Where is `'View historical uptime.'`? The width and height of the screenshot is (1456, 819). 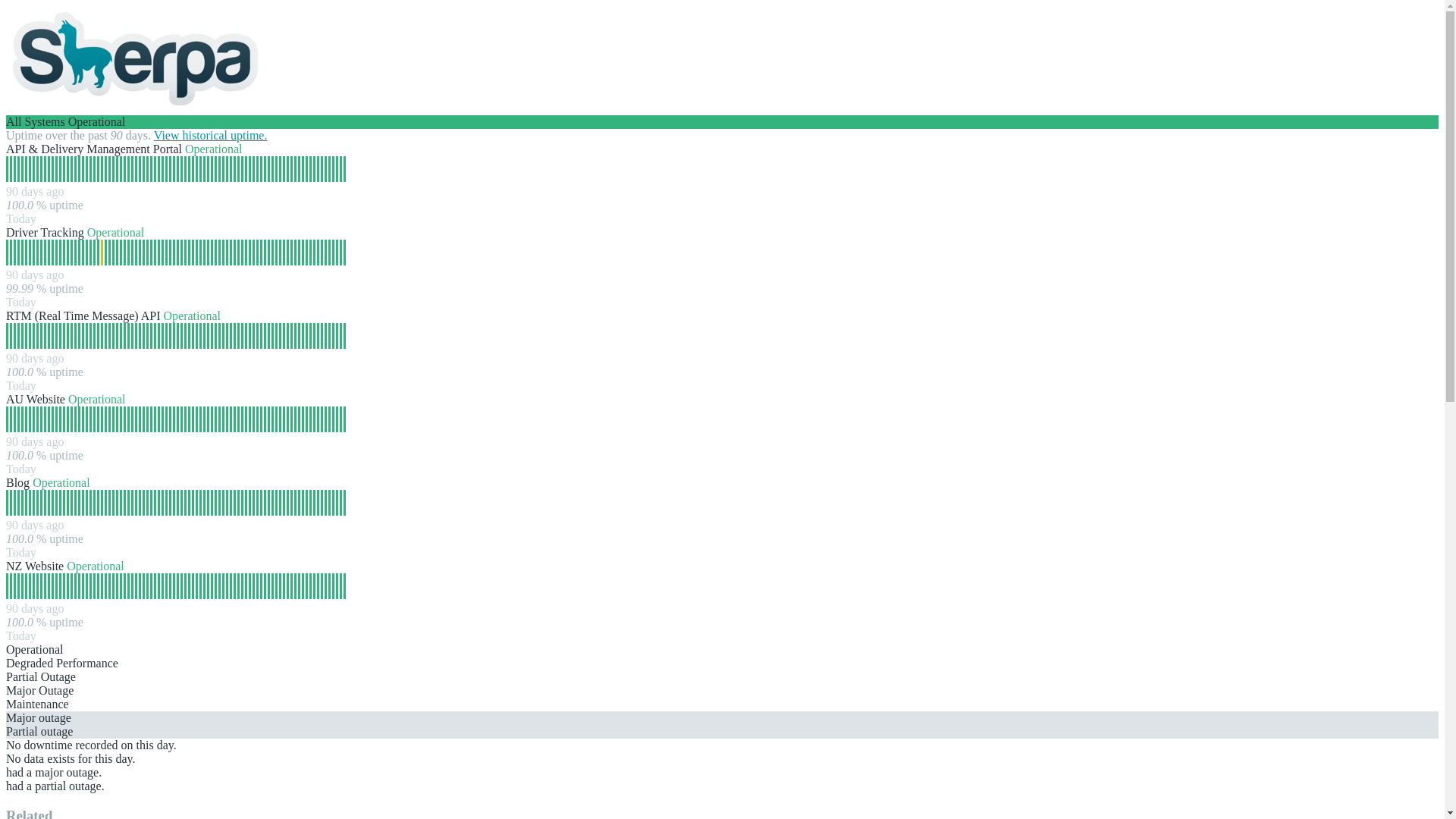
'View historical uptime.' is located at coordinates (210, 134).